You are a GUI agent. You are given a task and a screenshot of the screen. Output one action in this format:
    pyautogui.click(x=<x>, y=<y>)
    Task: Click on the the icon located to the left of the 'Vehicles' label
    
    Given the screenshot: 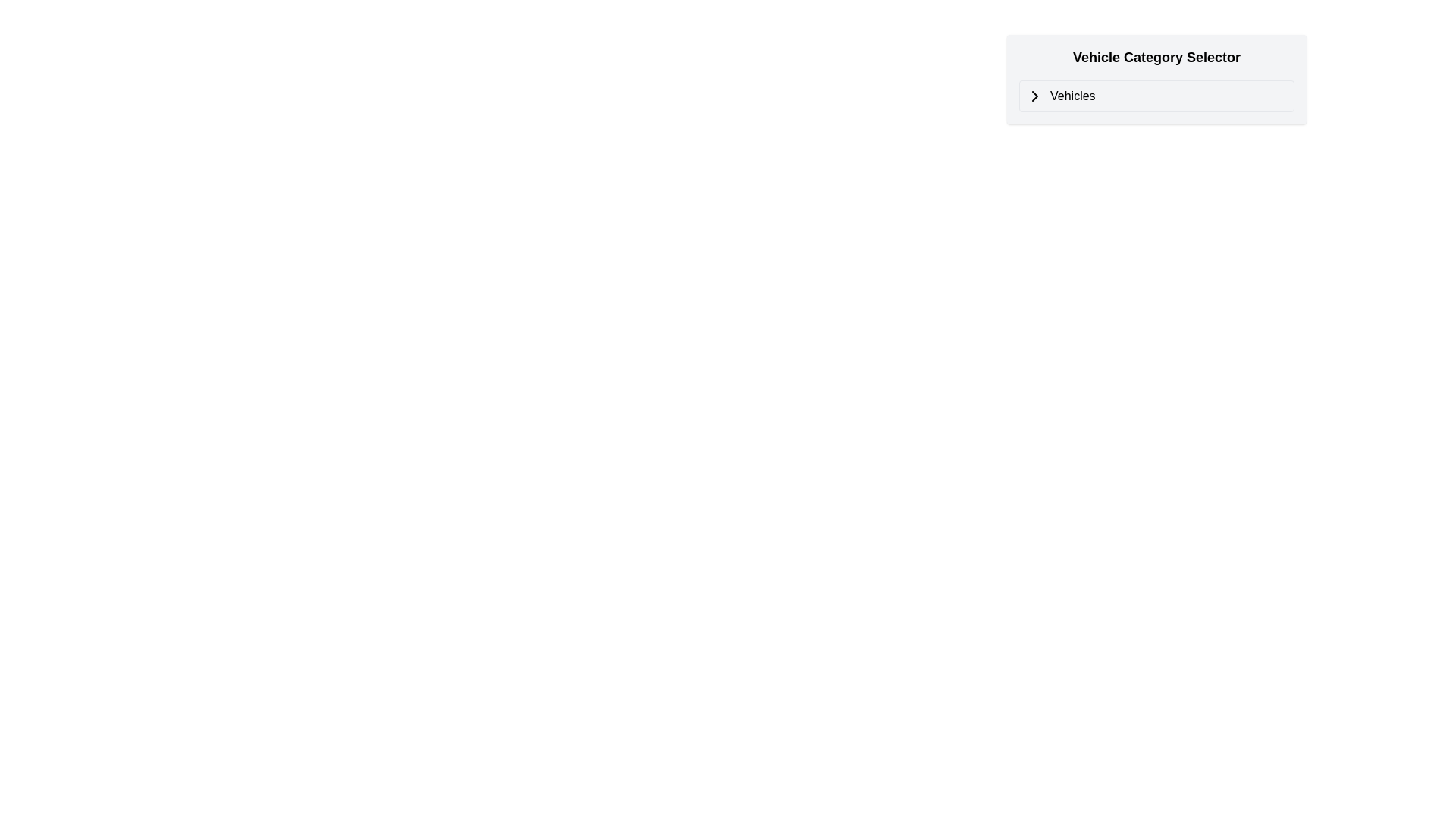 What is the action you would take?
    pyautogui.click(x=1034, y=96)
    